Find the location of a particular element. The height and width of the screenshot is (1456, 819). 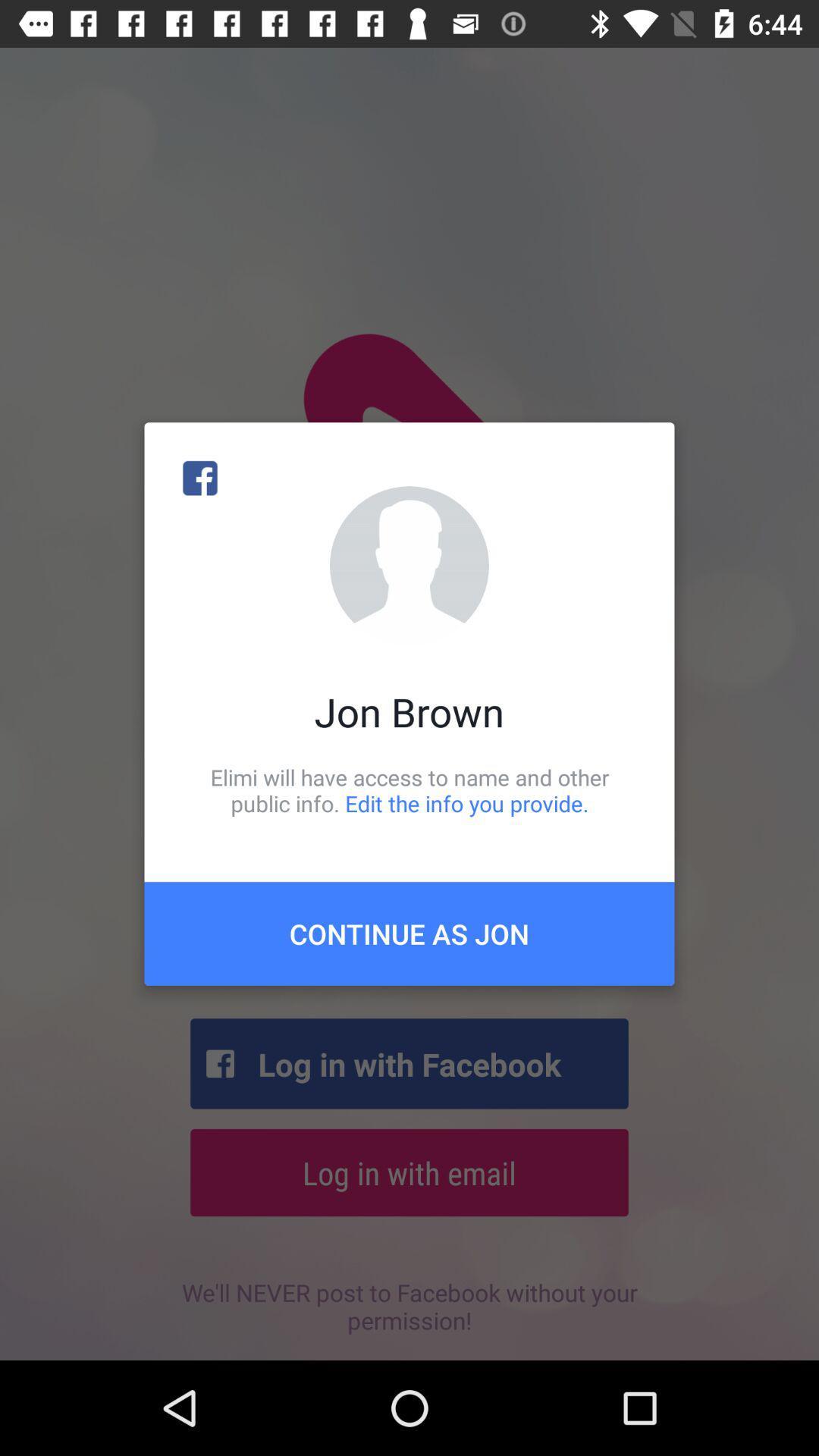

continue as jon is located at coordinates (409, 933).